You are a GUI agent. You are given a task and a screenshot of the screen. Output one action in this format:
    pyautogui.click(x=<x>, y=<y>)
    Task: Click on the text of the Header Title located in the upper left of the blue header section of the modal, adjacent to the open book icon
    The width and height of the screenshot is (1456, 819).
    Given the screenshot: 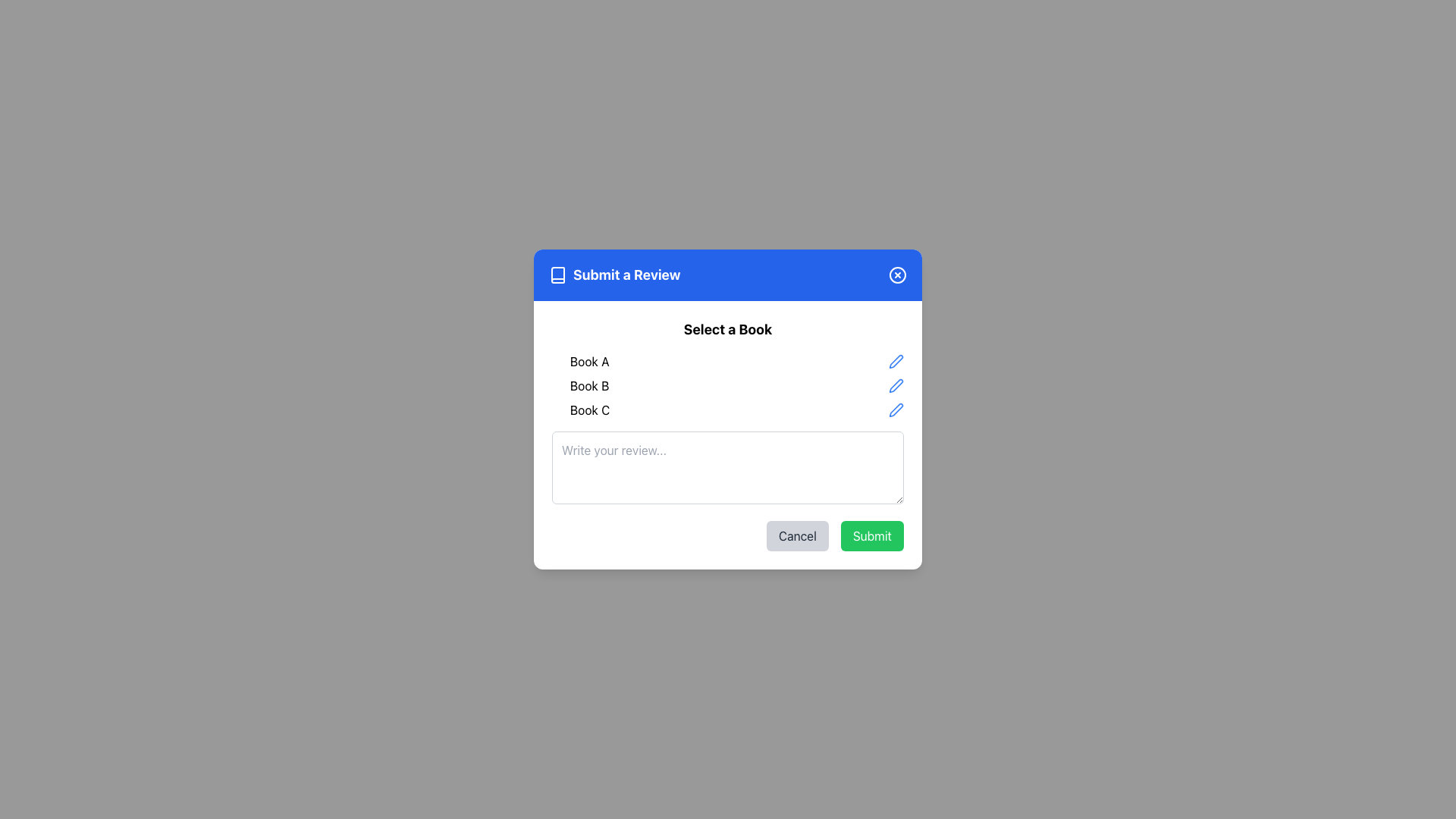 What is the action you would take?
    pyautogui.click(x=614, y=275)
    